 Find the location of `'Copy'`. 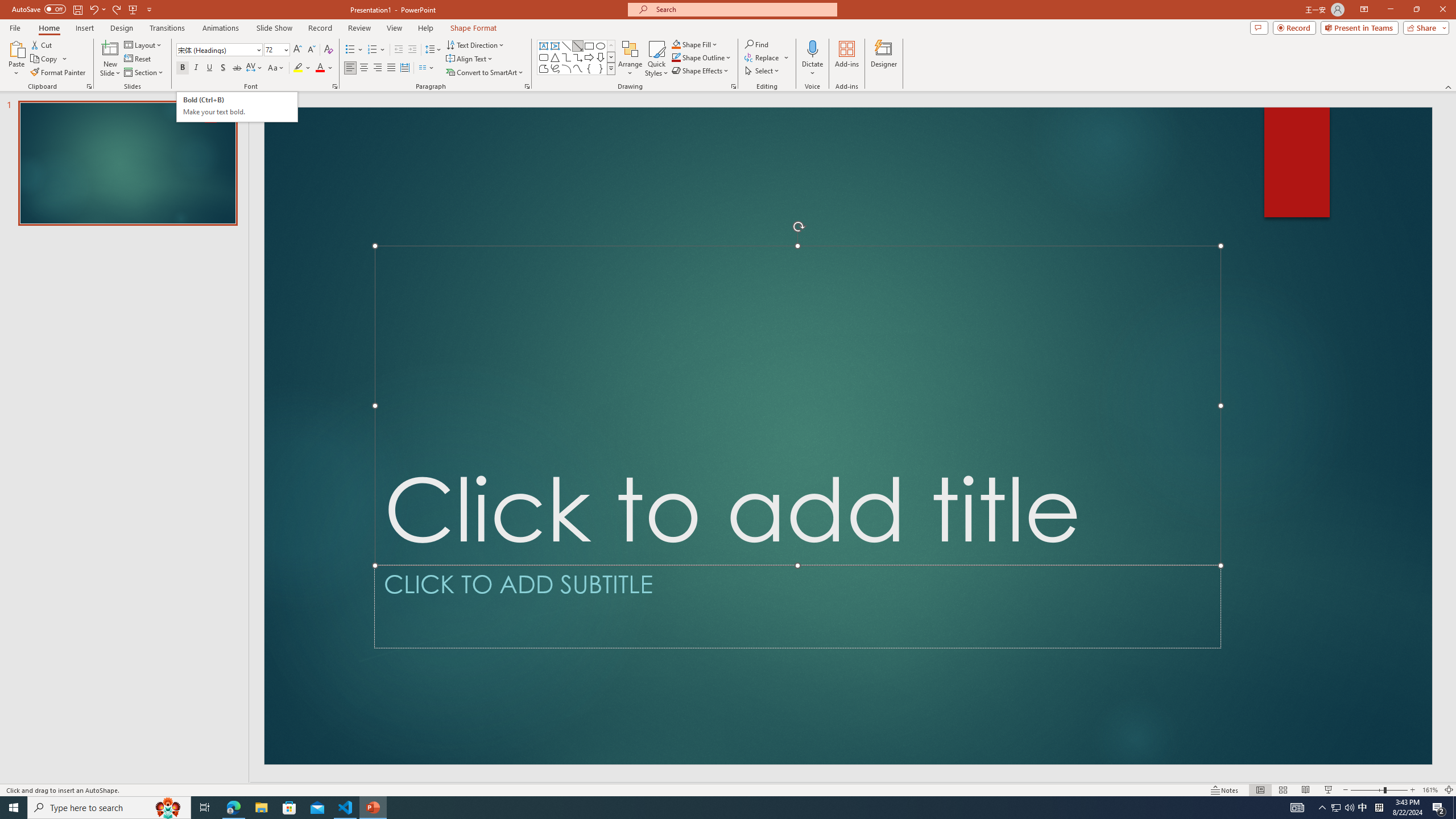

'Copy' is located at coordinates (44, 59).